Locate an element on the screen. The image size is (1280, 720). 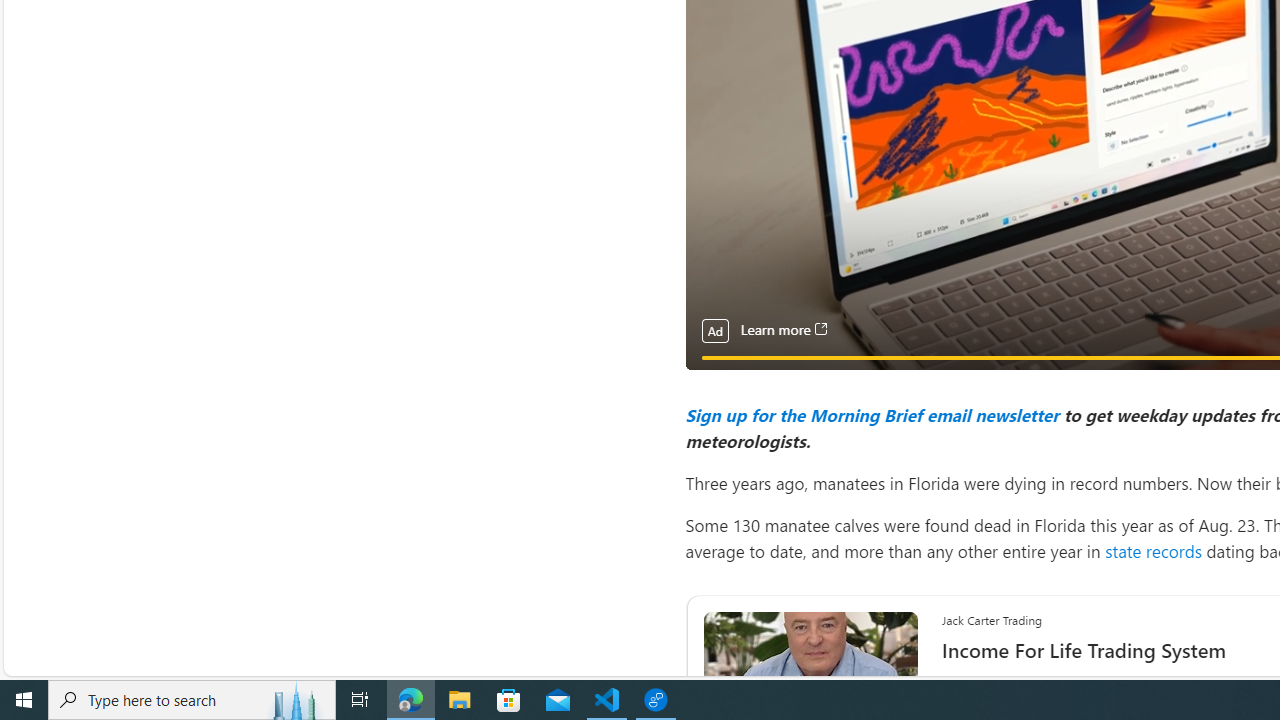
'Learn more' is located at coordinates (782, 329).